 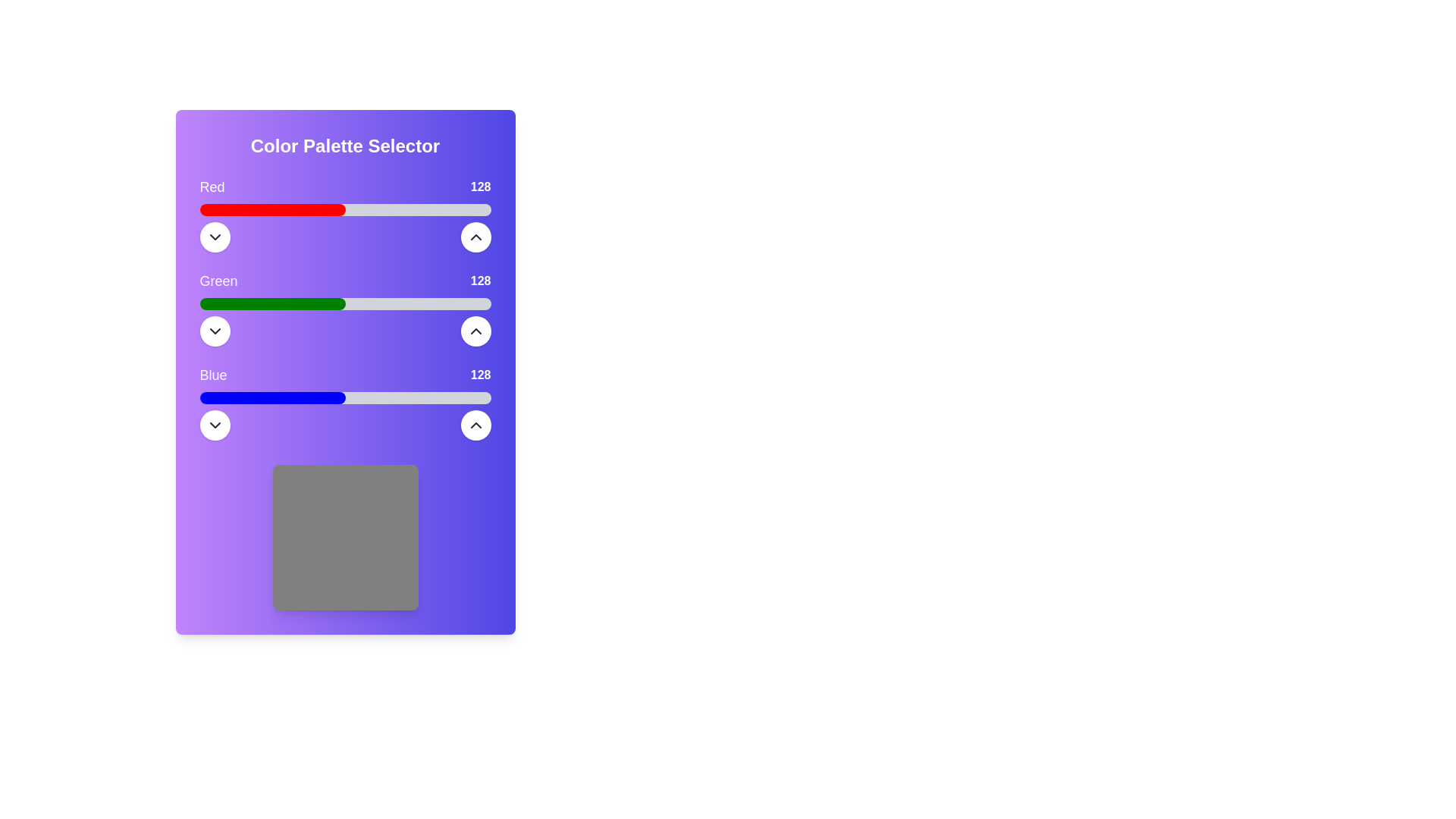 I want to click on the text label displaying 'Blue', which is styled prominently and aligned with the blue slider and the text '128' to its right, so click(x=212, y=375).